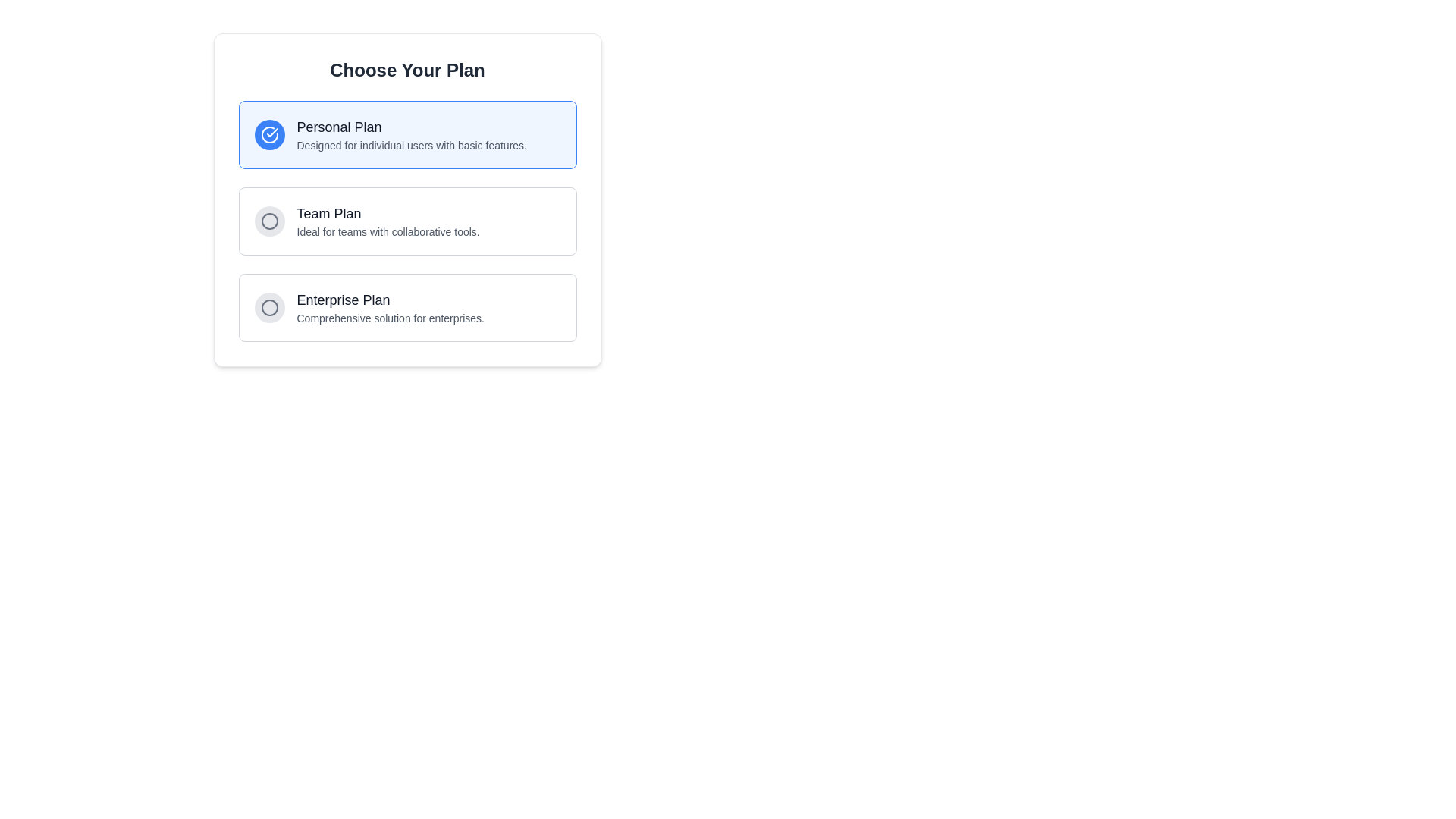  Describe the element at coordinates (407, 221) in the screenshot. I see `the 'Team Plan' selectable card to confirm selection, which is the middle card in a vertical list of subscription options` at that location.